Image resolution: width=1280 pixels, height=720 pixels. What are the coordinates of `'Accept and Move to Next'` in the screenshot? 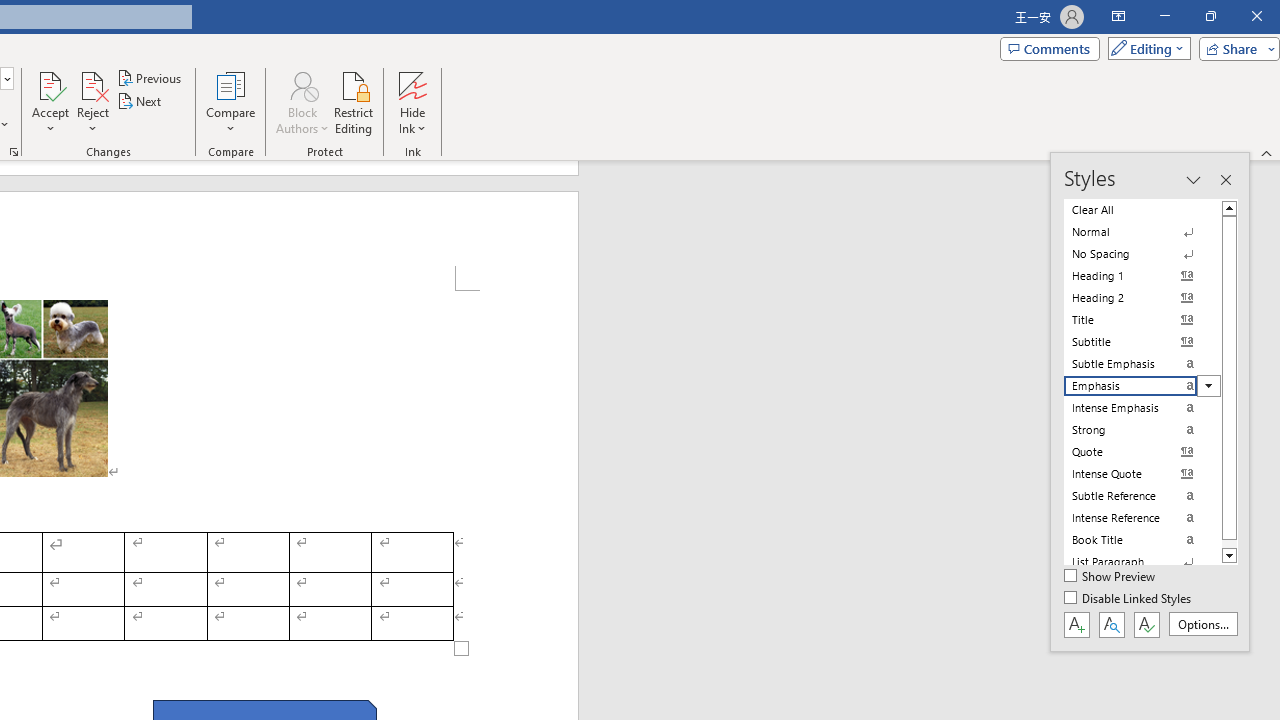 It's located at (50, 84).